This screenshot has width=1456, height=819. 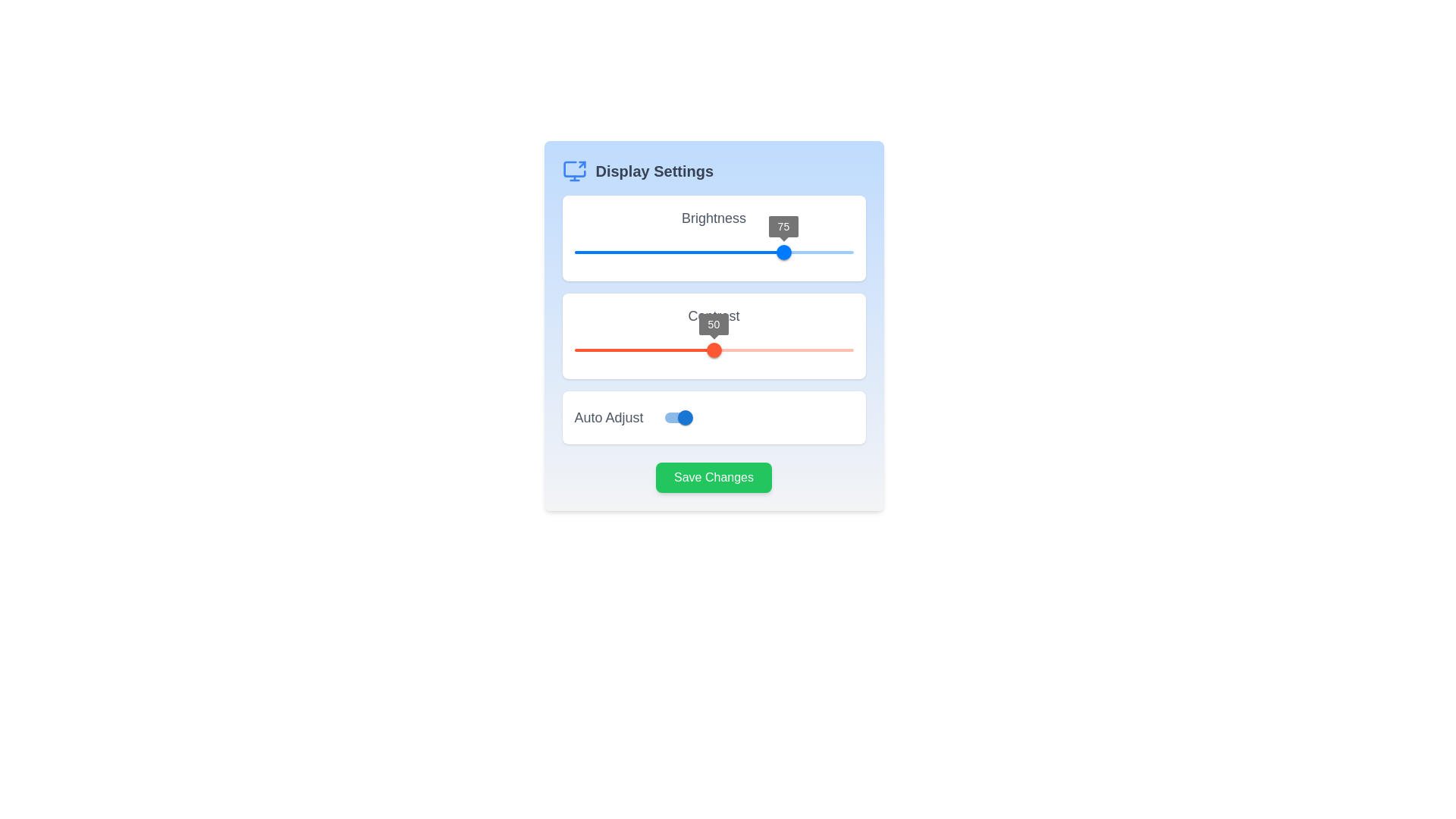 What do you see at coordinates (772, 251) in the screenshot?
I see `the brightness level` at bounding box center [772, 251].